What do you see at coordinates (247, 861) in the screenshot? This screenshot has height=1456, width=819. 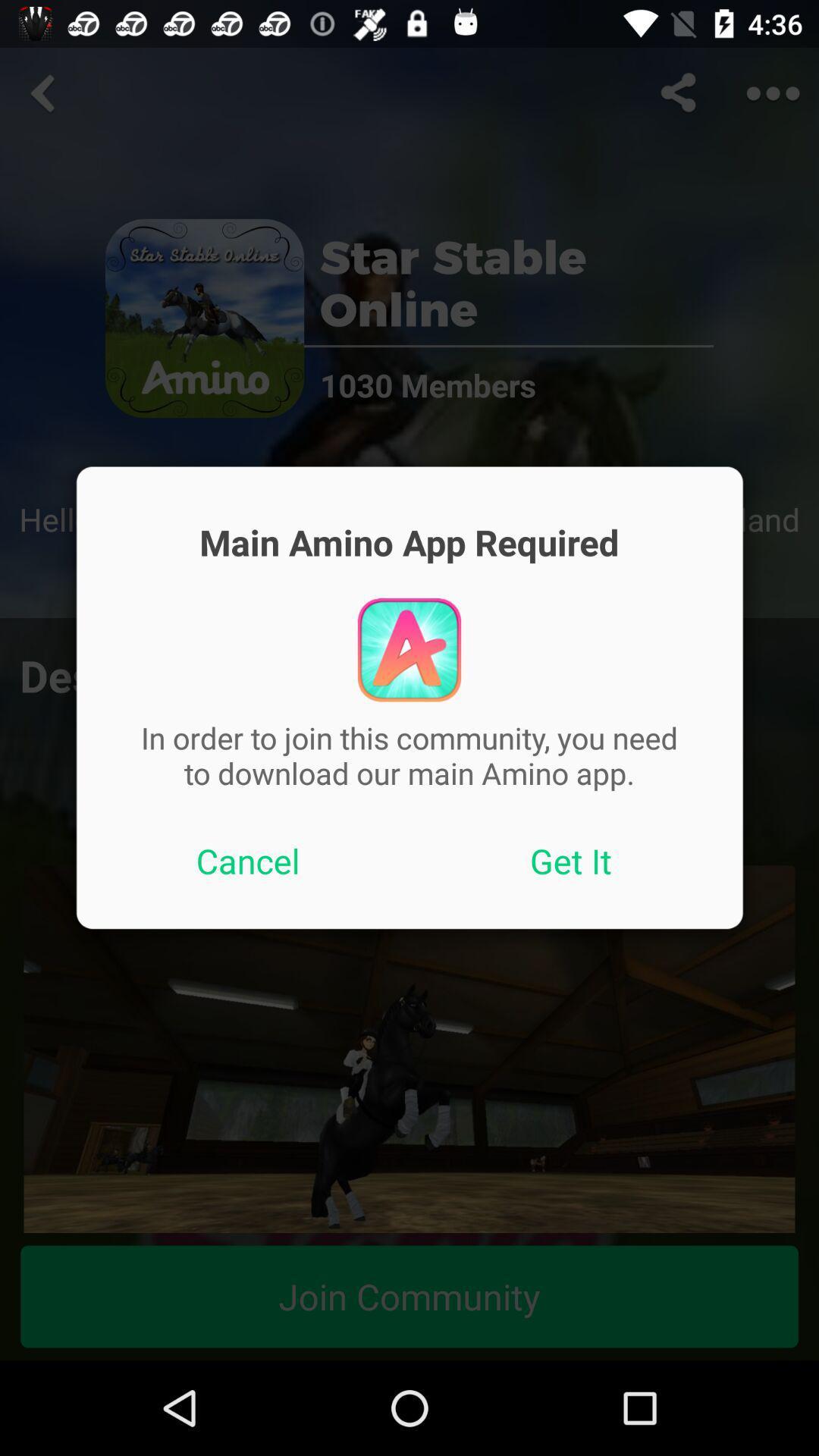 I see `app below the in order to icon` at bounding box center [247, 861].